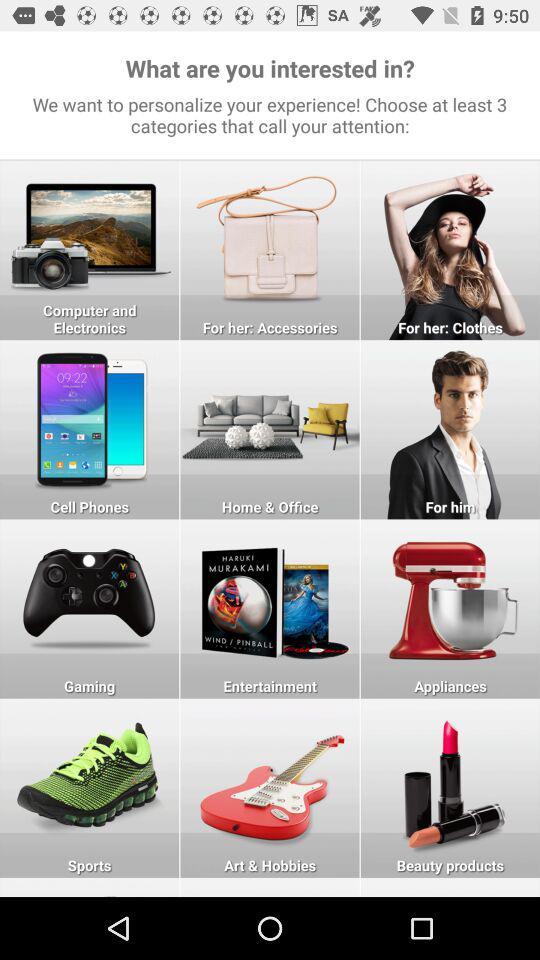  Describe the element at coordinates (450, 249) in the screenshot. I see `click on for her clothes` at that location.